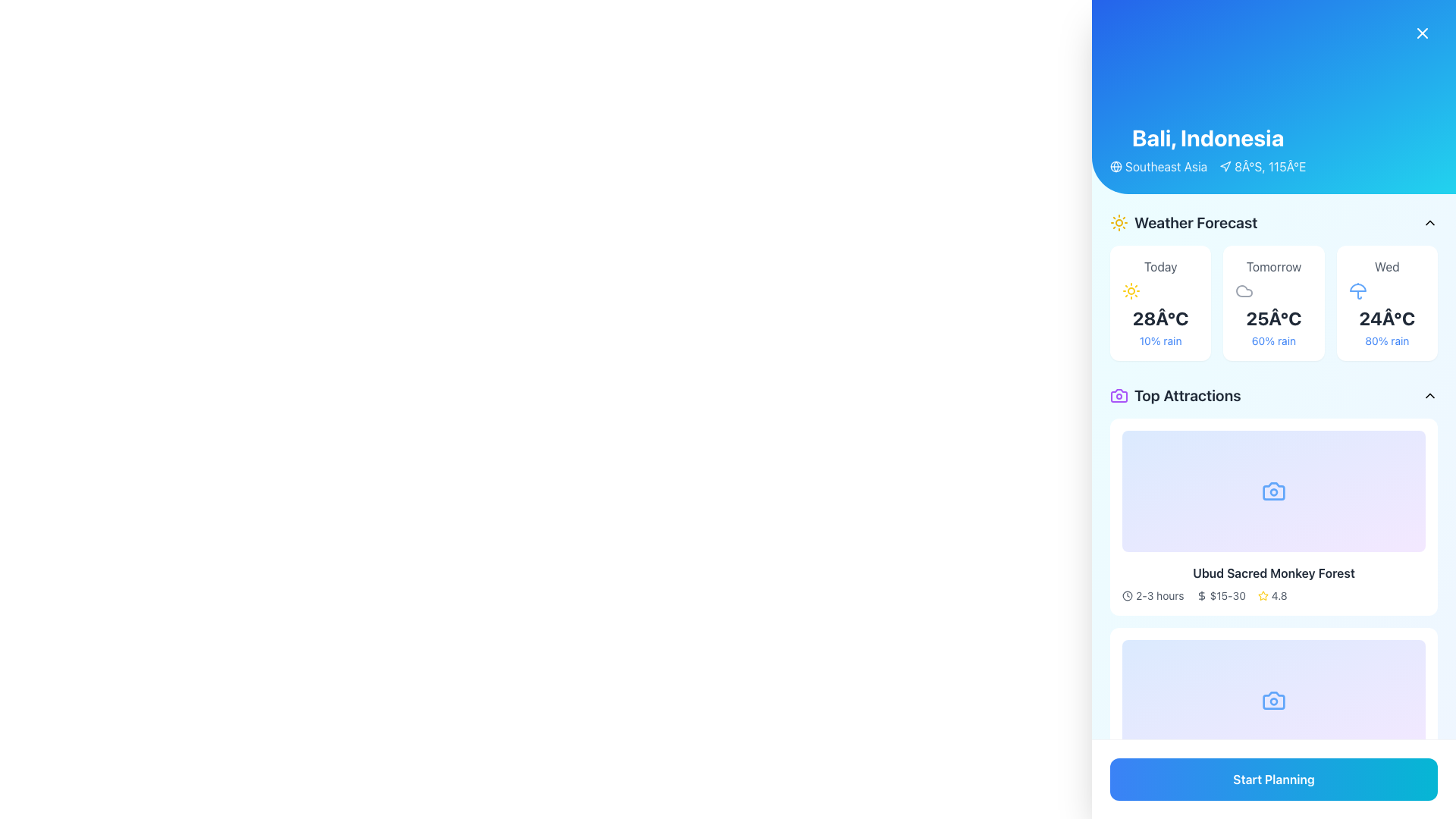 The height and width of the screenshot is (819, 1456). Describe the element at coordinates (1357, 291) in the screenshot. I see `the umbrella icon in the Weather Forecast section` at that location.